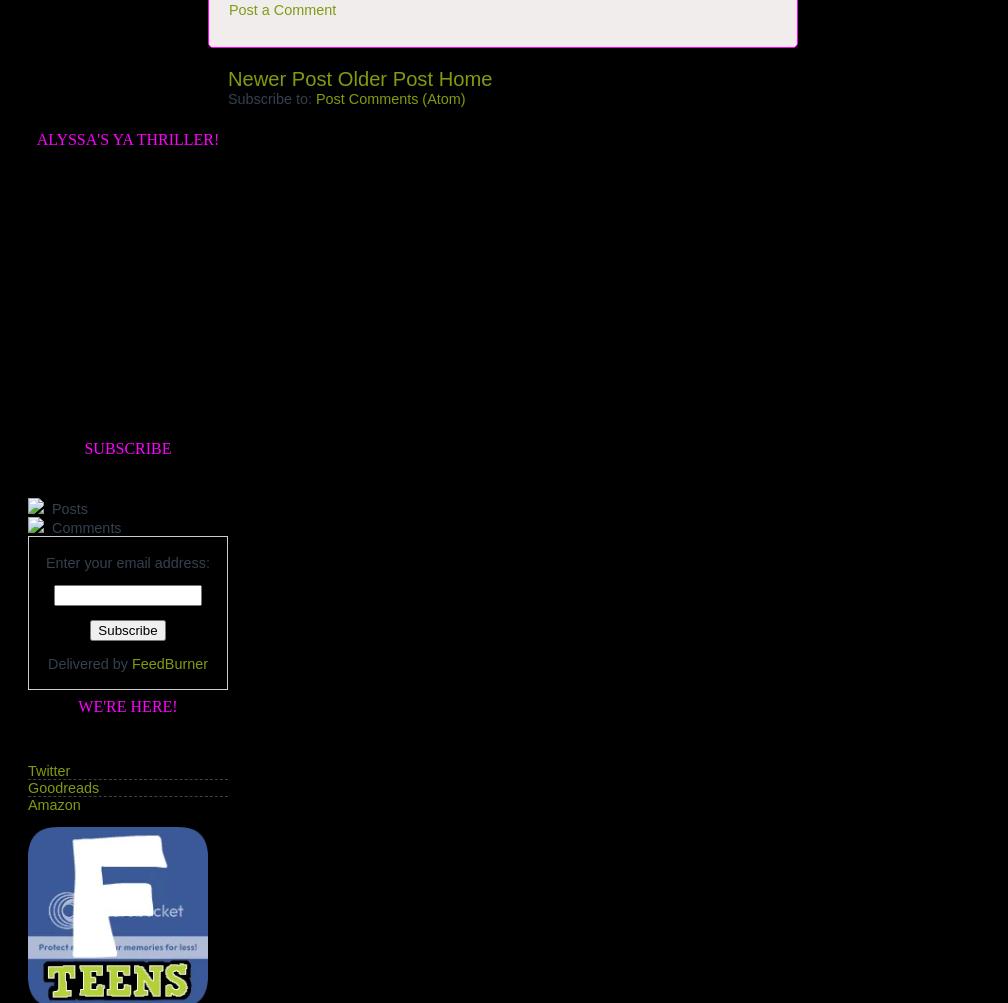 The image size is (1008, 1003). What do you see at coordinates (127, 560) in the screenshot?
I see `'Enter your email address:'` at bounding box center [127, 560].